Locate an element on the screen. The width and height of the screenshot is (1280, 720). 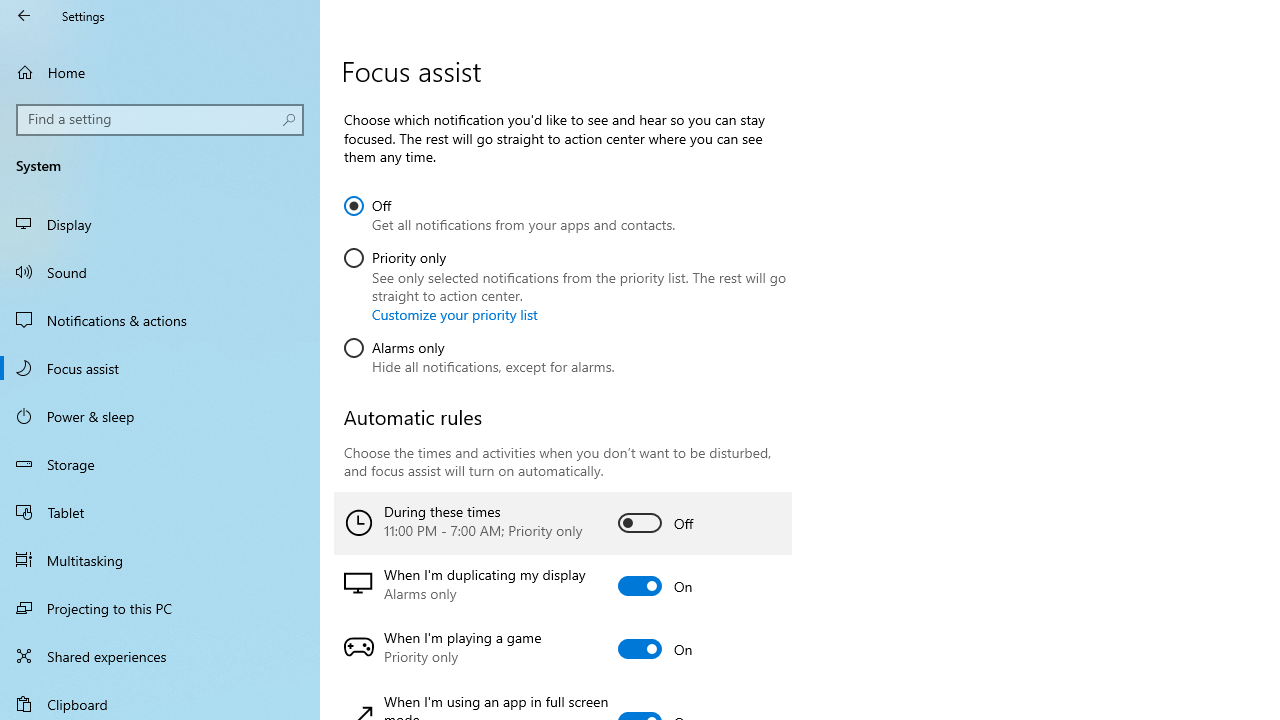
'Storage' is located at coordinates (160, 464).